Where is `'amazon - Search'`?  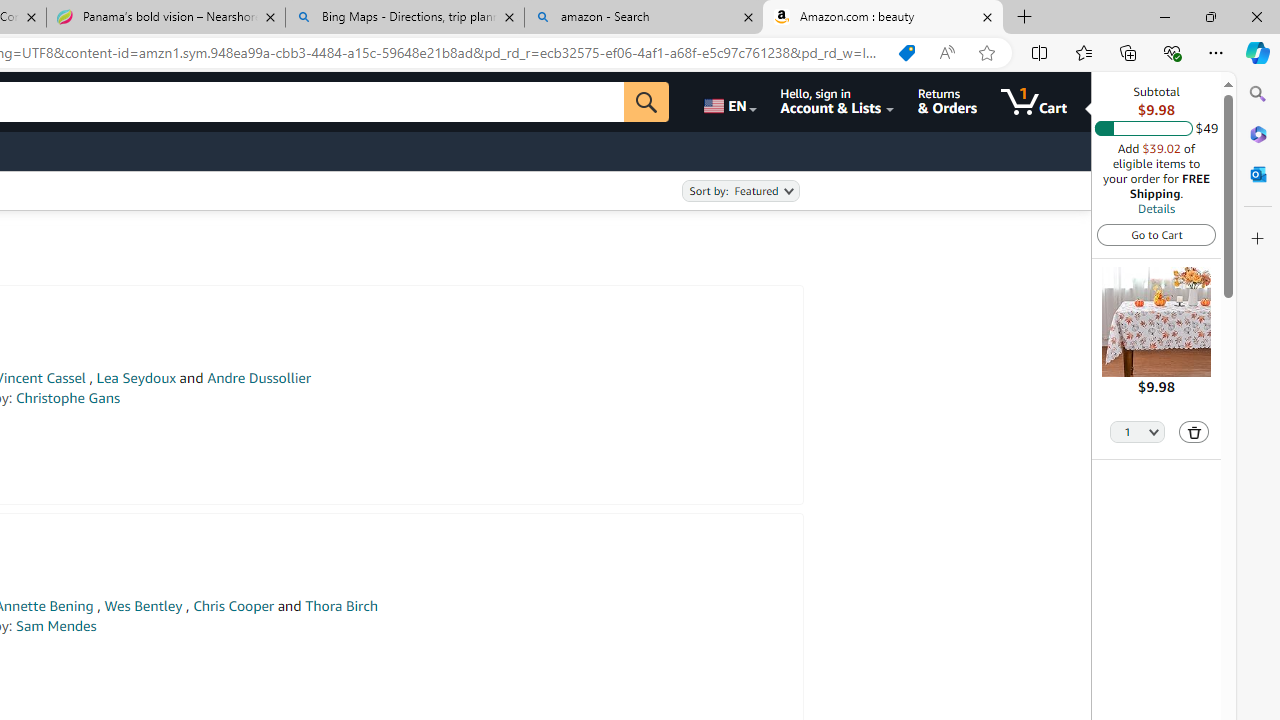 'amazon - Search' is located at coordinates (643, 17).